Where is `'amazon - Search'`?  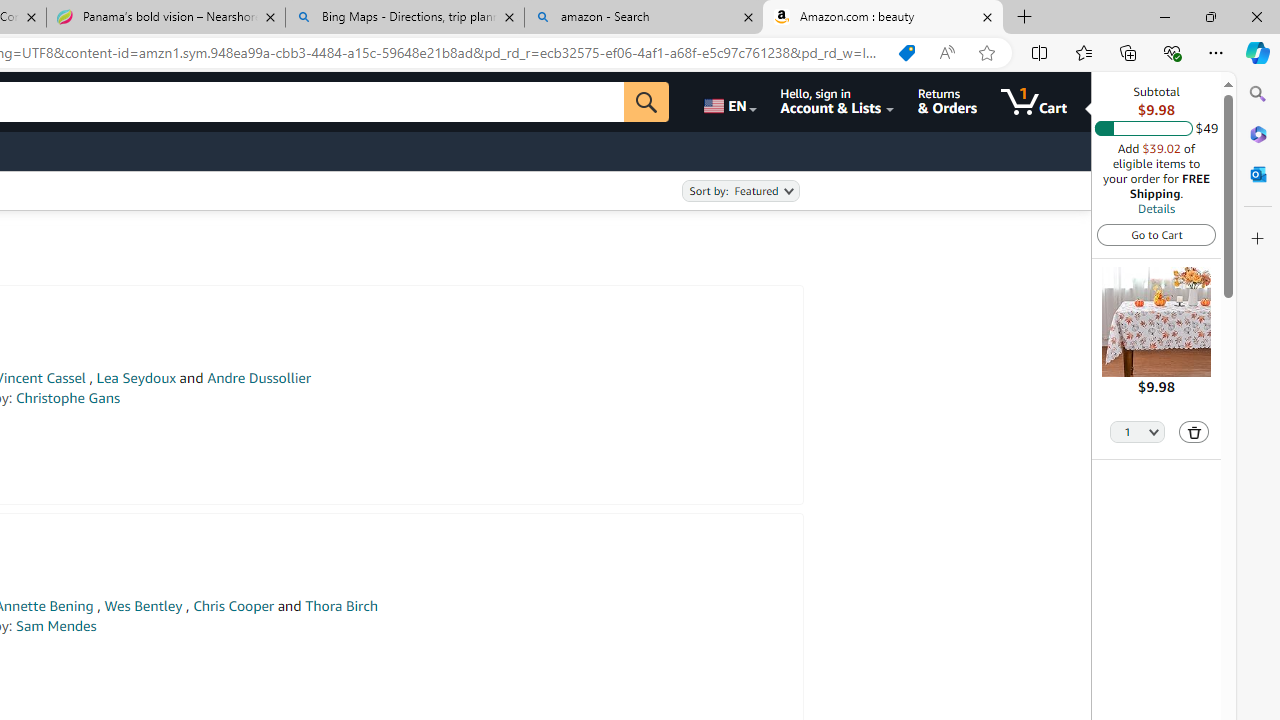 'amazon - Search' is located at coordinates (643, 17).